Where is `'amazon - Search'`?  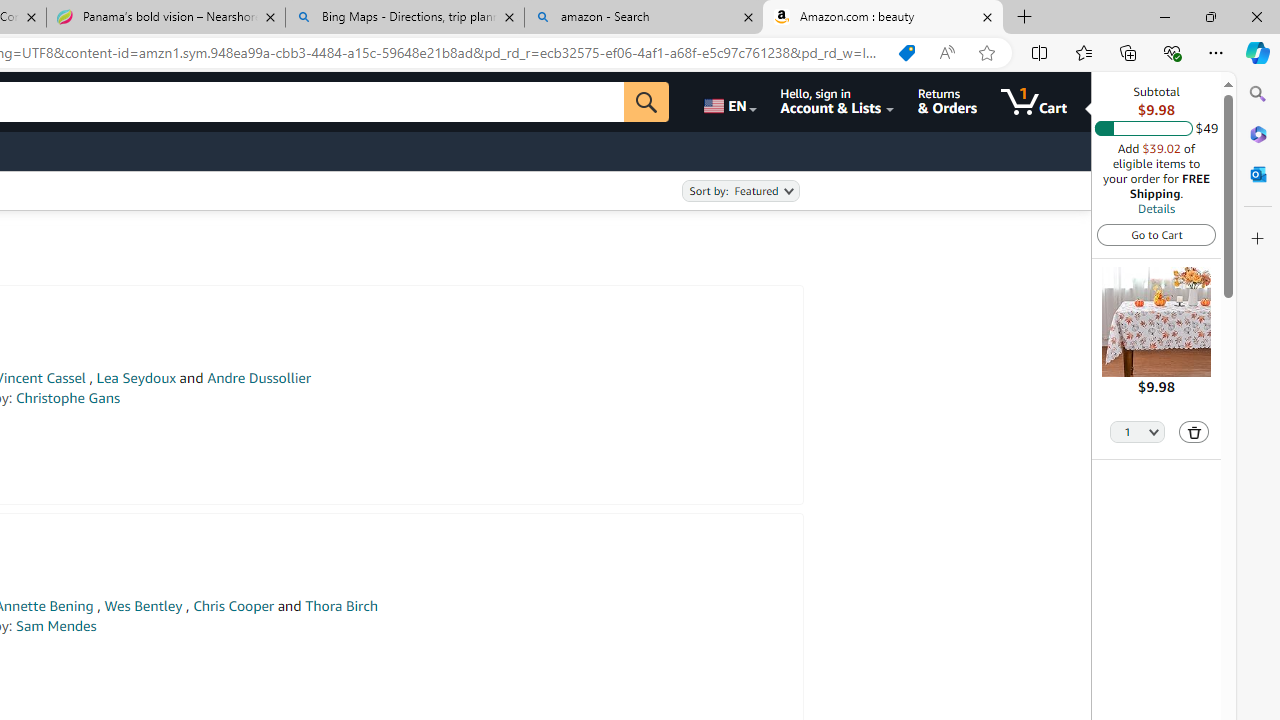 'amazon - Search' is located at coordinates (643, 17).